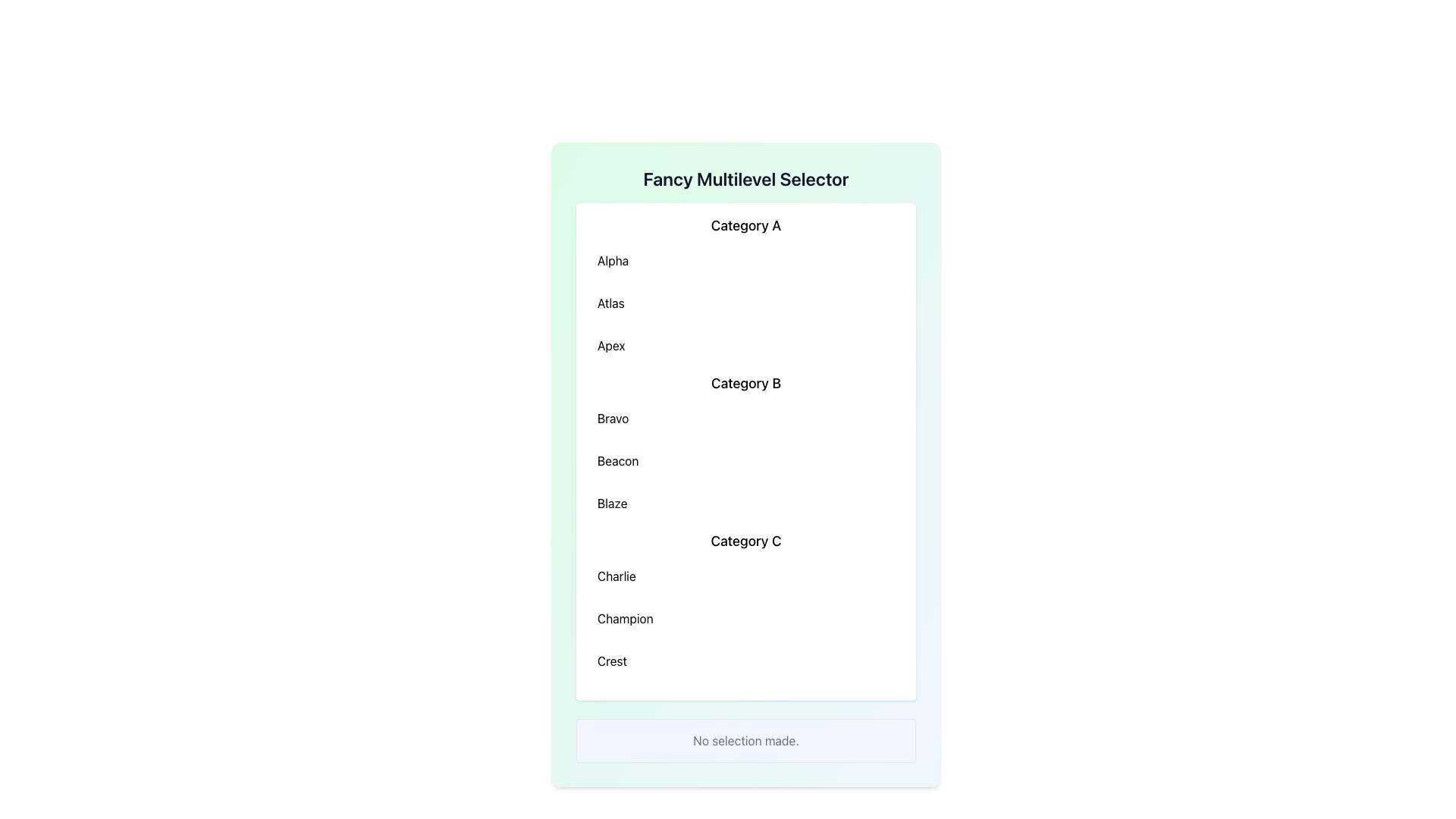 The width and height of the screenshot is (1456, 819). I want to click on the first button-like list item labeled 'Alpha' under 'Category A' to potentially activate a related action, so click(745, 259).